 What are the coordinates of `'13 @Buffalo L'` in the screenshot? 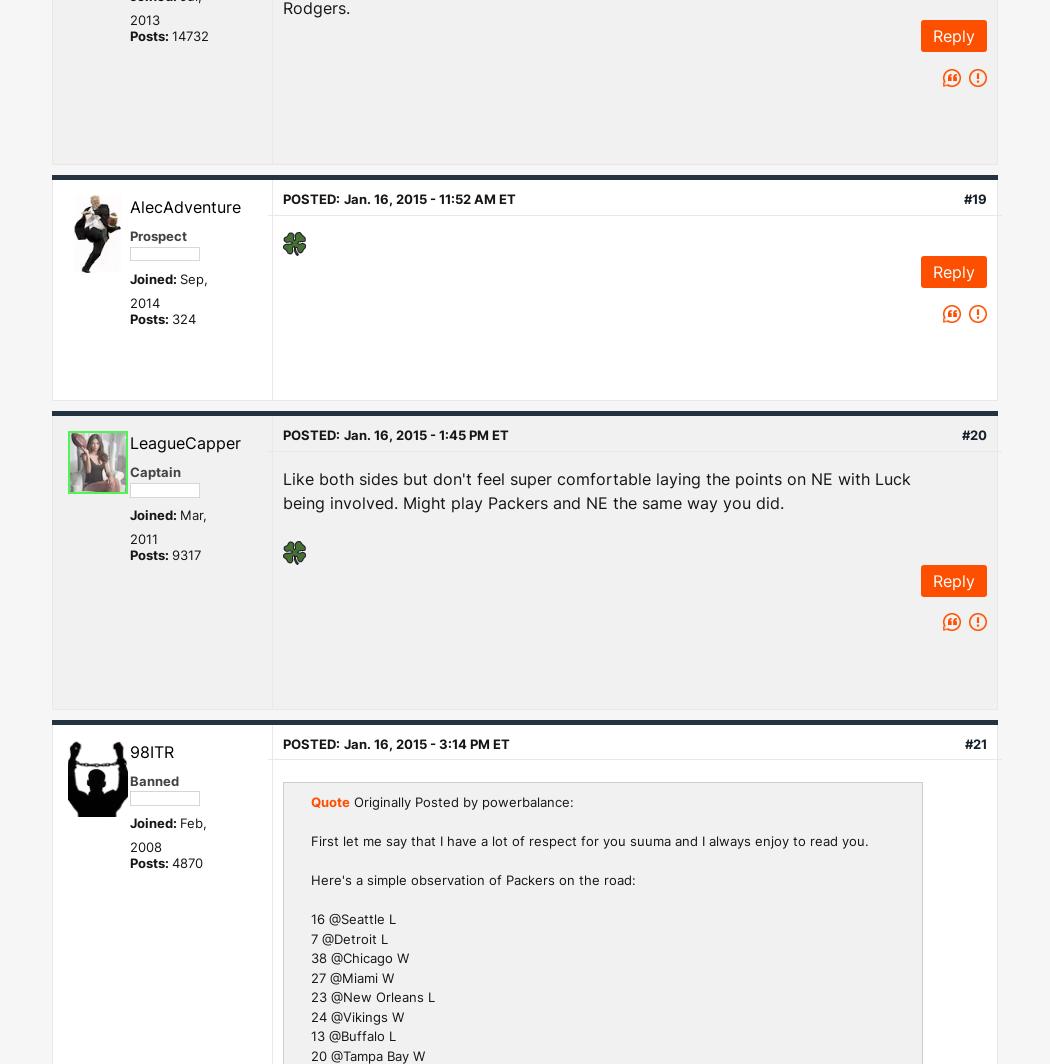 It's located at (352, 1036).